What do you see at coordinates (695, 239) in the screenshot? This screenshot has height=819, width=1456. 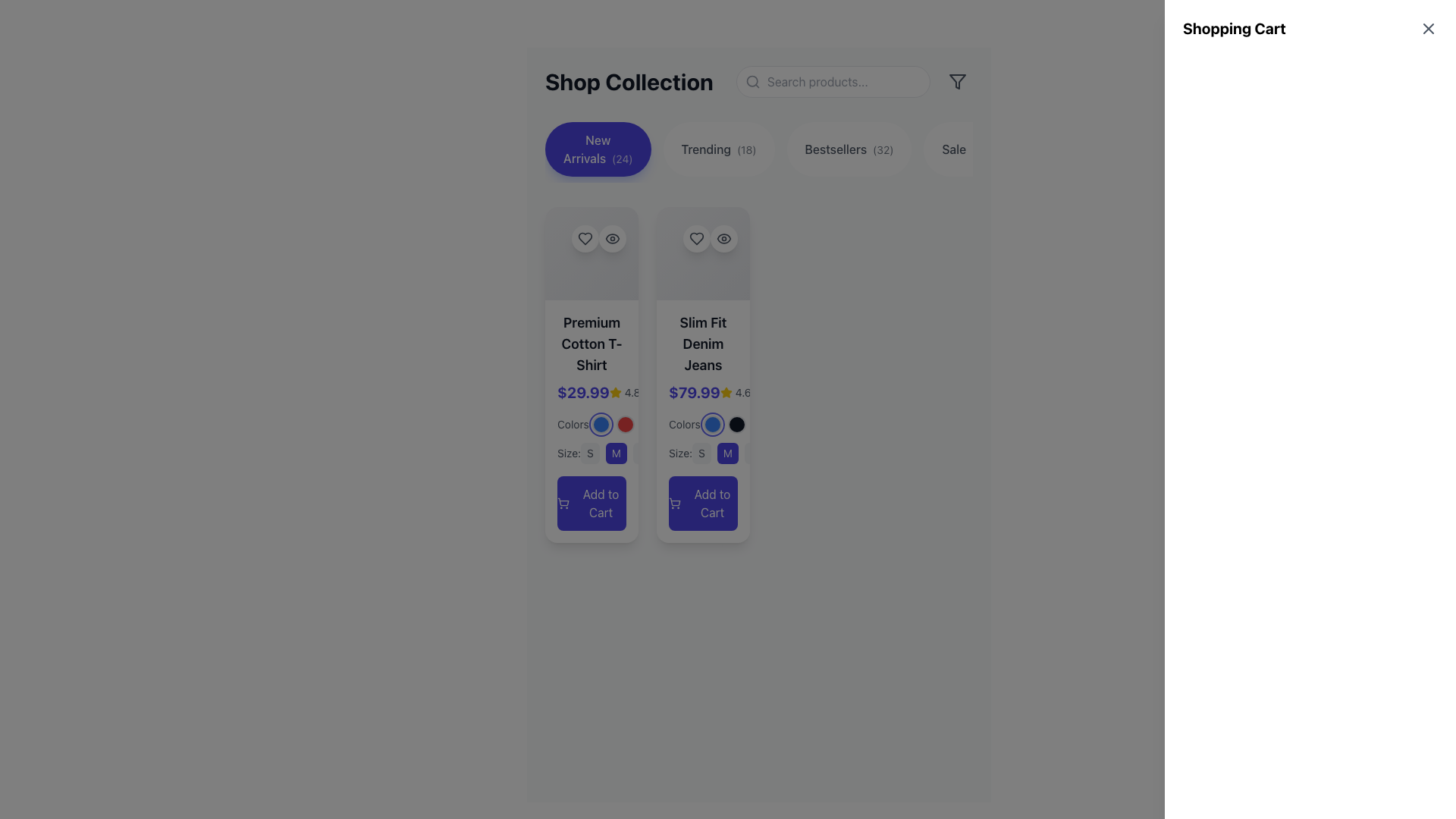 I see `the heart icon located at the upper section of the item card for 'Slim Fit Denim Jeans' to mark the product as a favorite` at bounding box center [695, 239].